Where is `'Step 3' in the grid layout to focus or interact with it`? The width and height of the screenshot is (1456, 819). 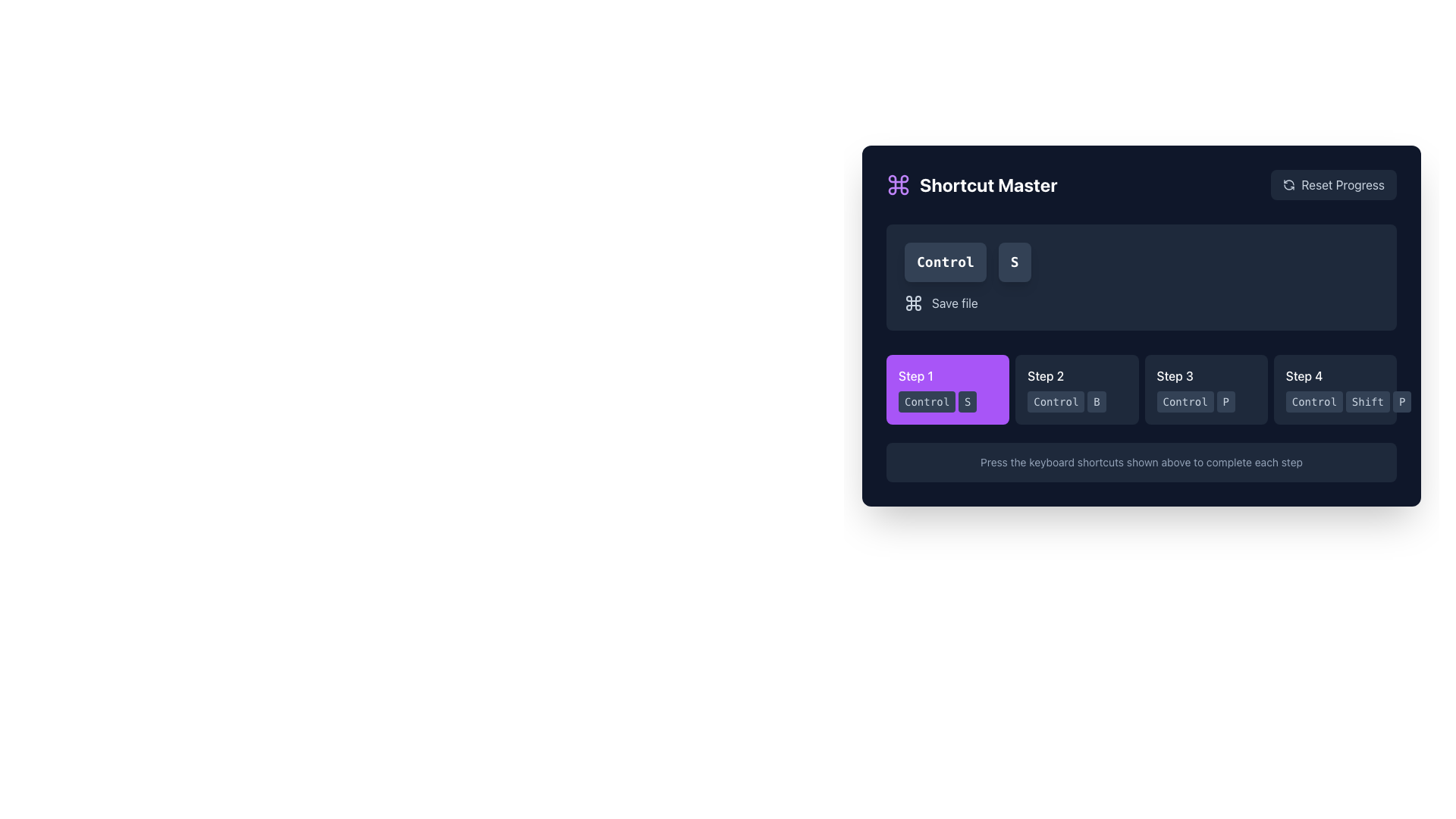 'Step 3' in the grid layout to focus or interact with it is located at coordinates (1141, 388).